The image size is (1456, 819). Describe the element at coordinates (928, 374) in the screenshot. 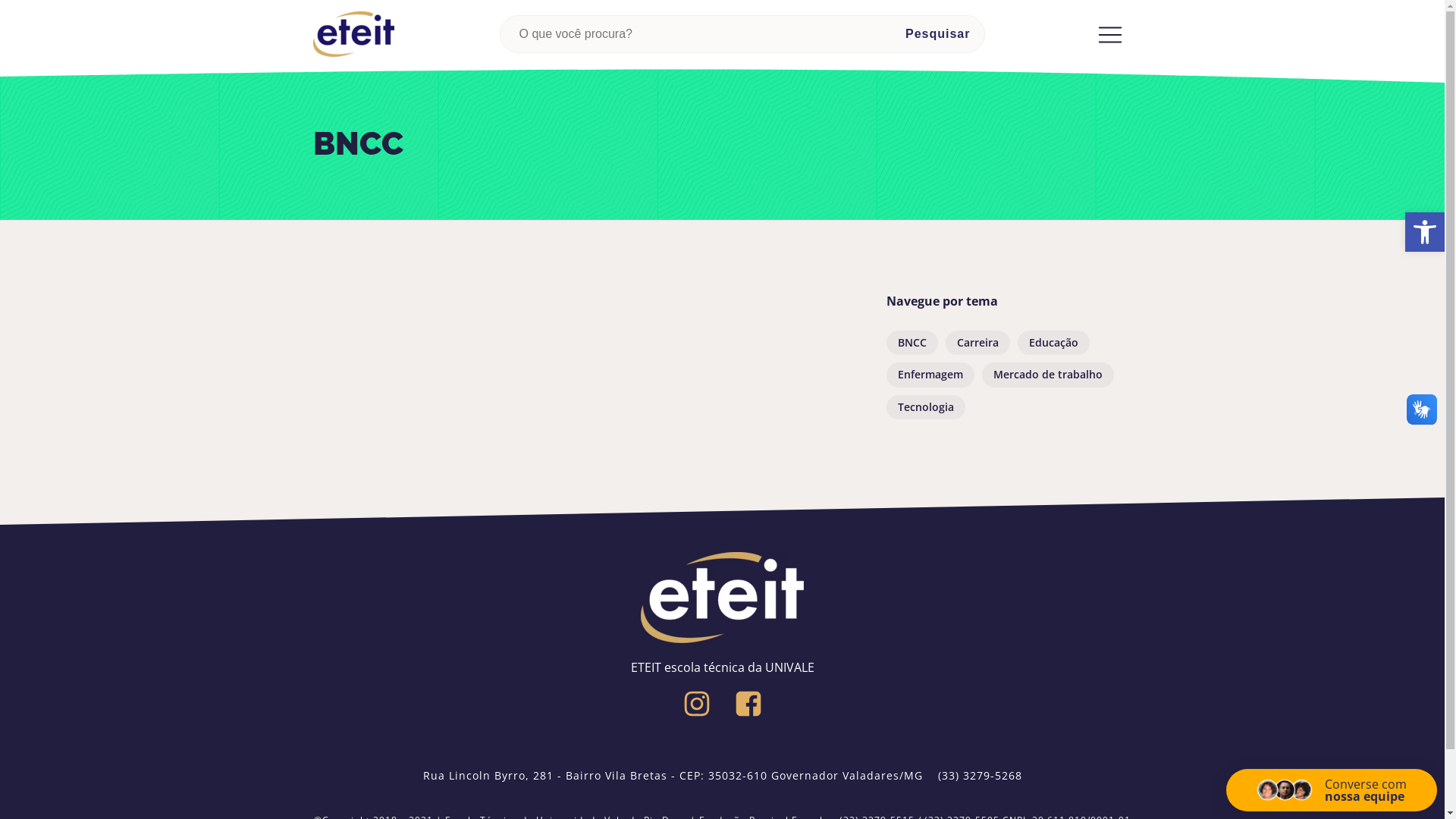

I see `'Enfermagem'` at that location.